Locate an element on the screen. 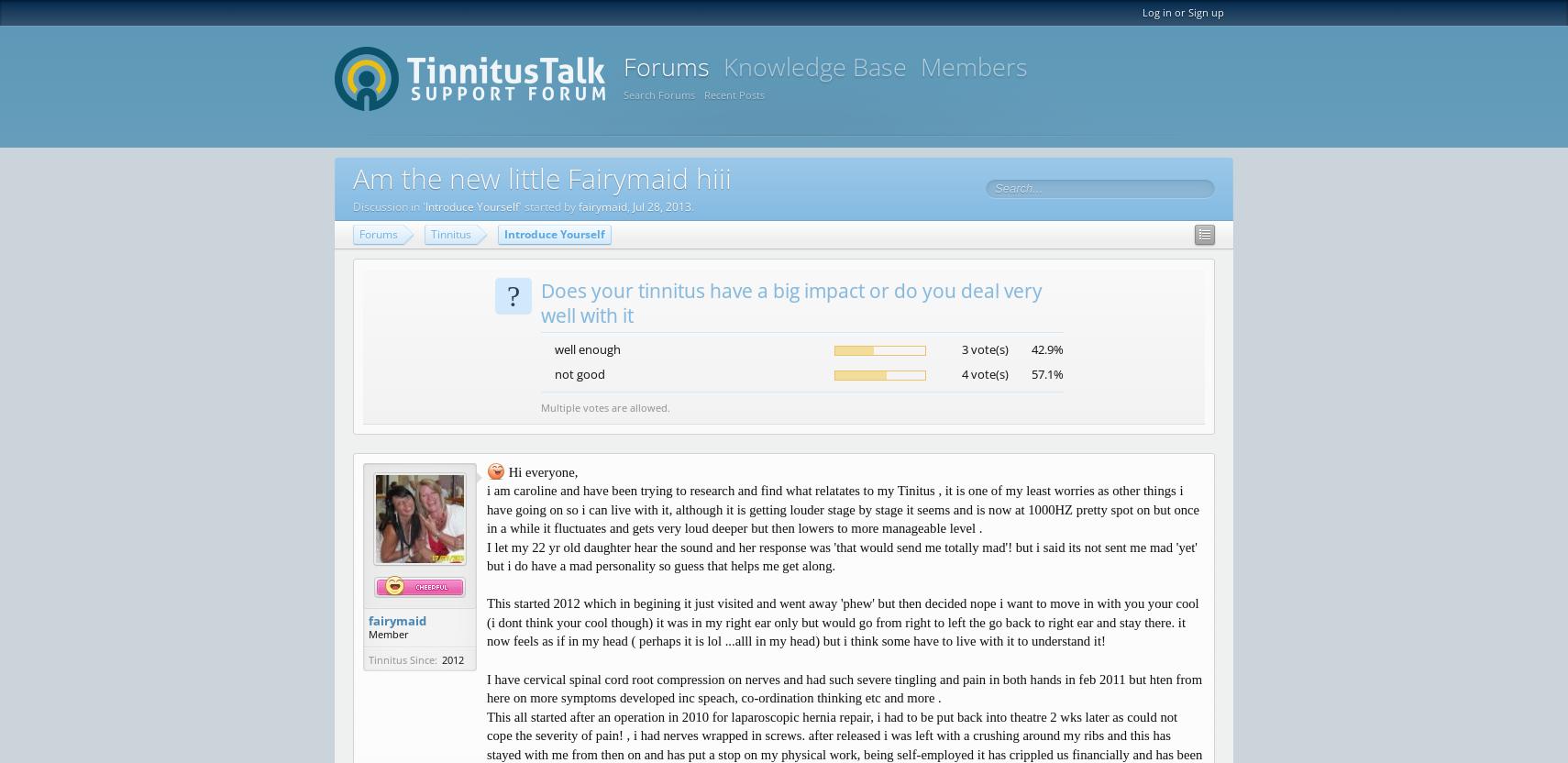 Image resolution: width=1568 pixels, height=763 pixels. 'Hi everyone,' is located at coordinates (541, 470).